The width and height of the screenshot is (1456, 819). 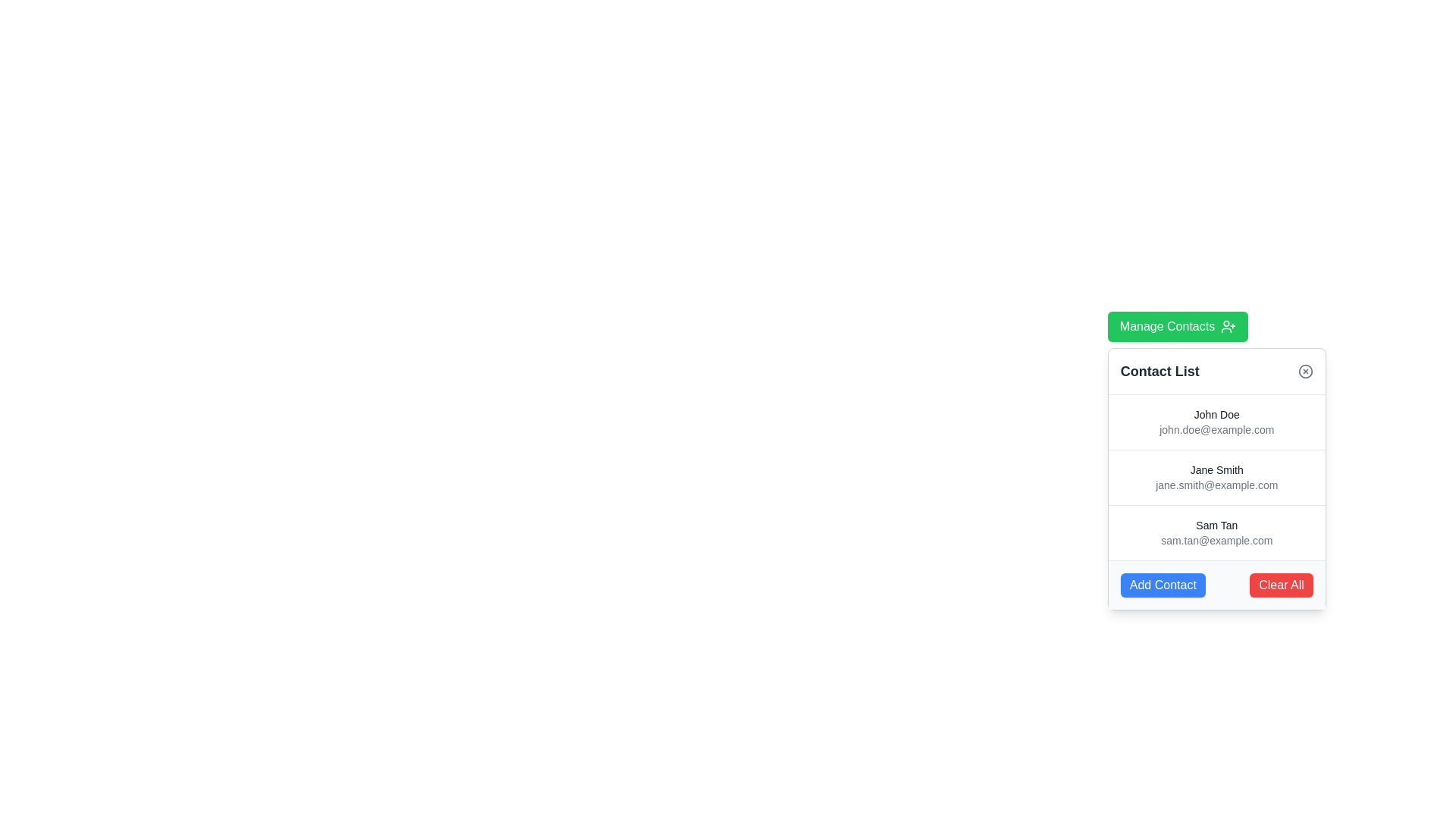 What do you see at coordinates (1177, 326) in the screenshot?
I see `the contact management button located at the top of the contact interface, which is the leftmost element above the 'Contact List' title` at bounding box center [1177, 326].